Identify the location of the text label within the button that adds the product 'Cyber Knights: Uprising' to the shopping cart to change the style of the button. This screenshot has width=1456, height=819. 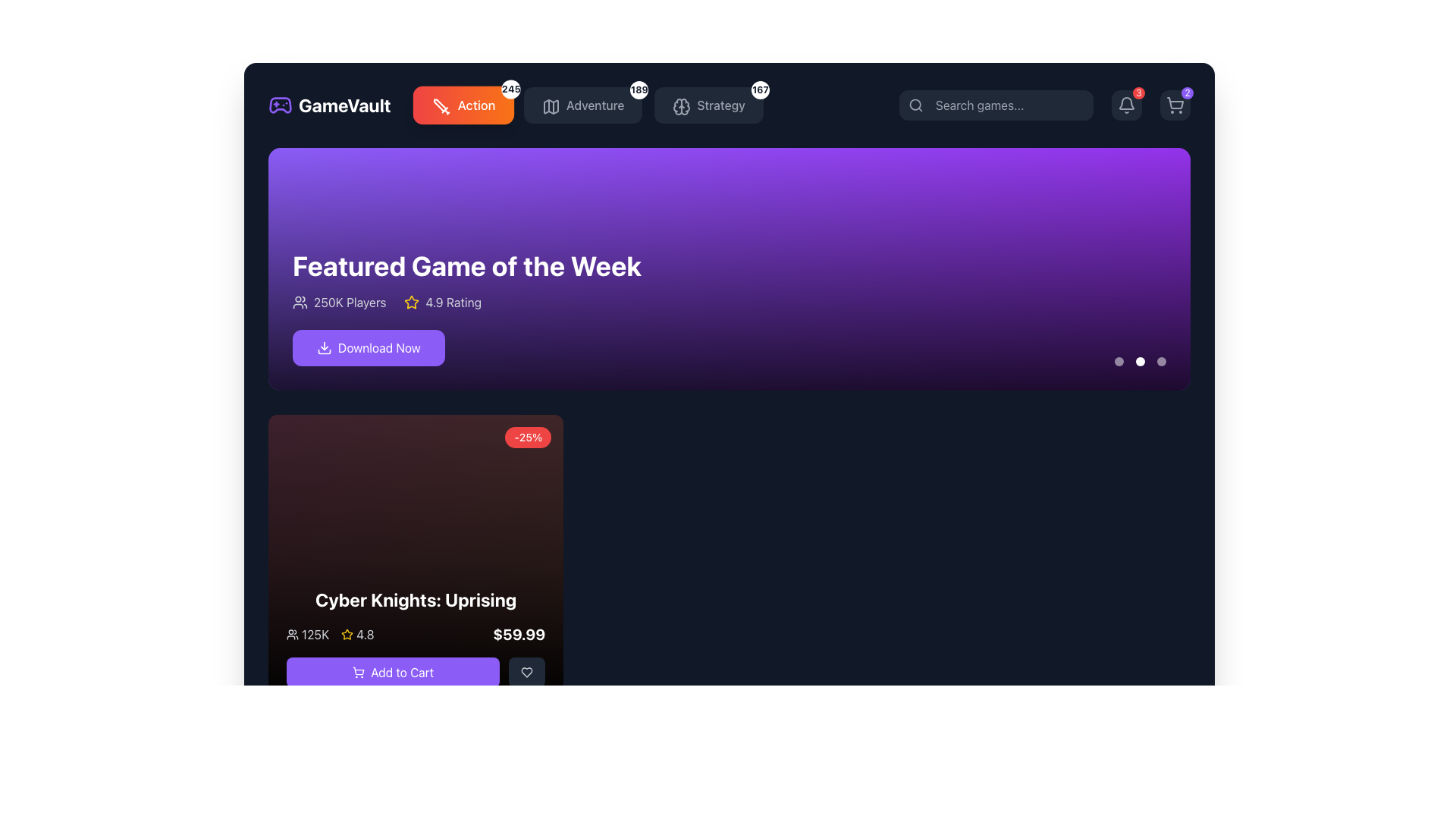
(402, 672).